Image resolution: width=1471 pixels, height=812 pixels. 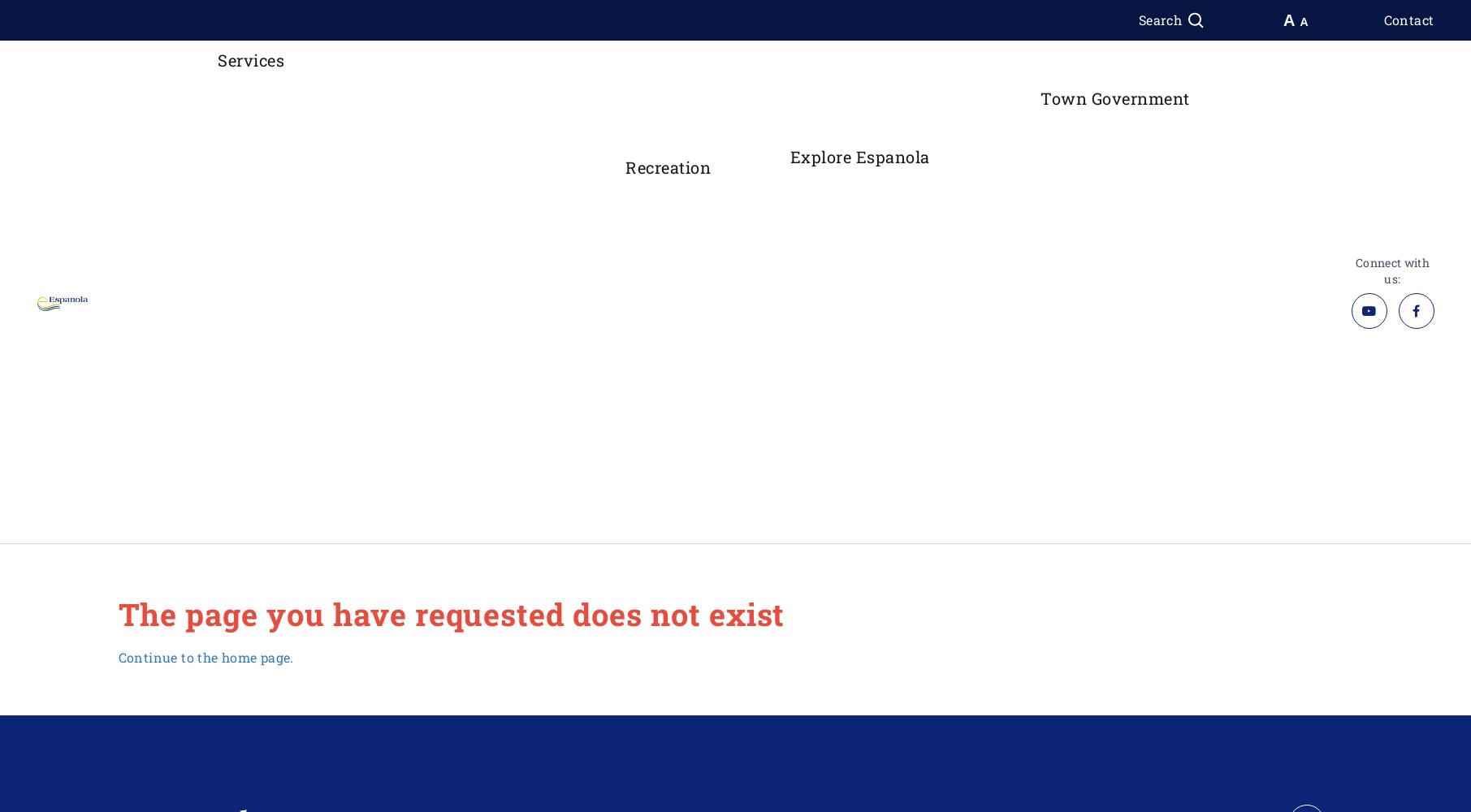 I want to click on 'Property Taxes & Utilities', so click(x=248, y=463).